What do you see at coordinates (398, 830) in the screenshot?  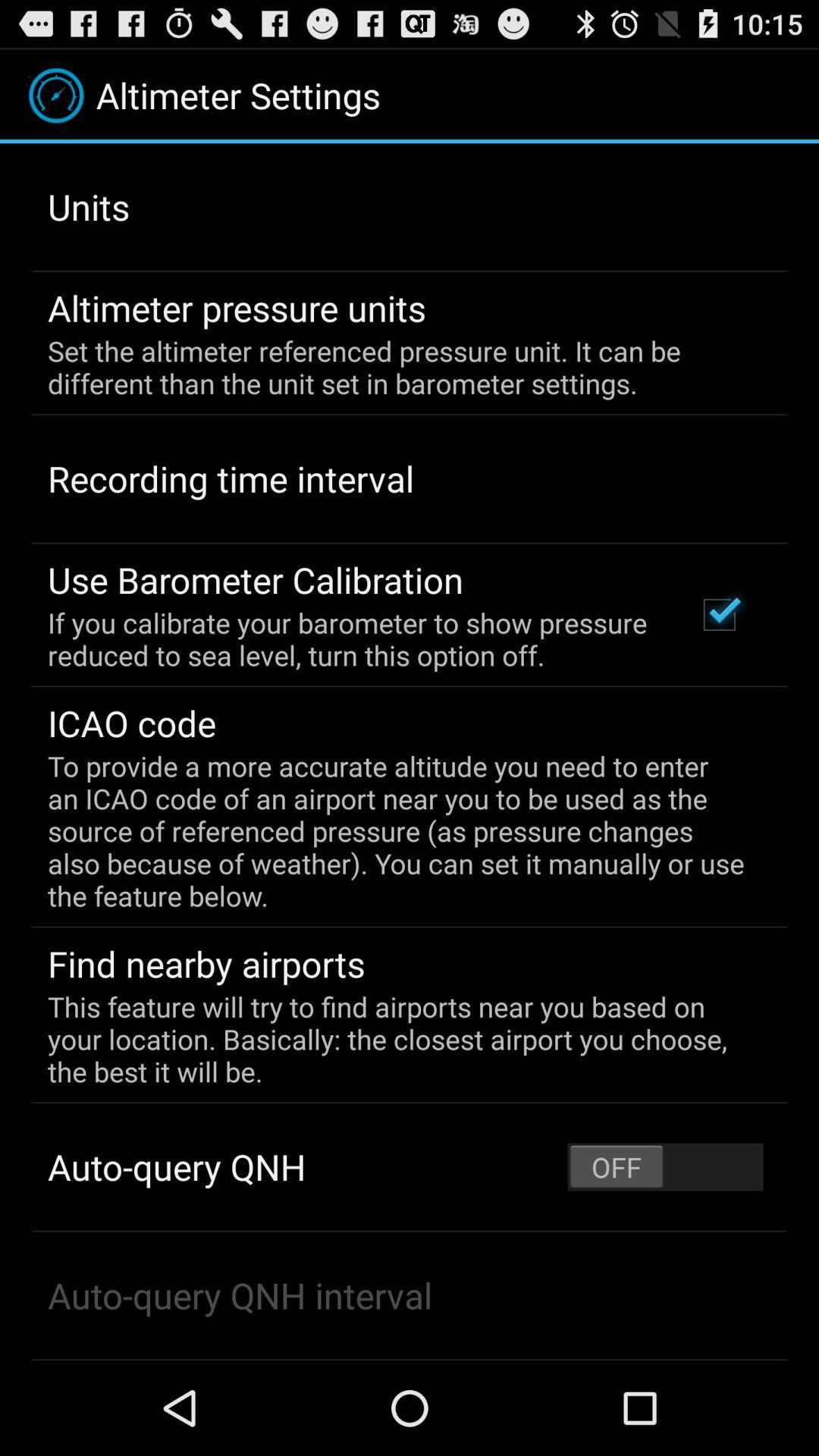 I see `the to provide a item` at bounding box center [398, 830].